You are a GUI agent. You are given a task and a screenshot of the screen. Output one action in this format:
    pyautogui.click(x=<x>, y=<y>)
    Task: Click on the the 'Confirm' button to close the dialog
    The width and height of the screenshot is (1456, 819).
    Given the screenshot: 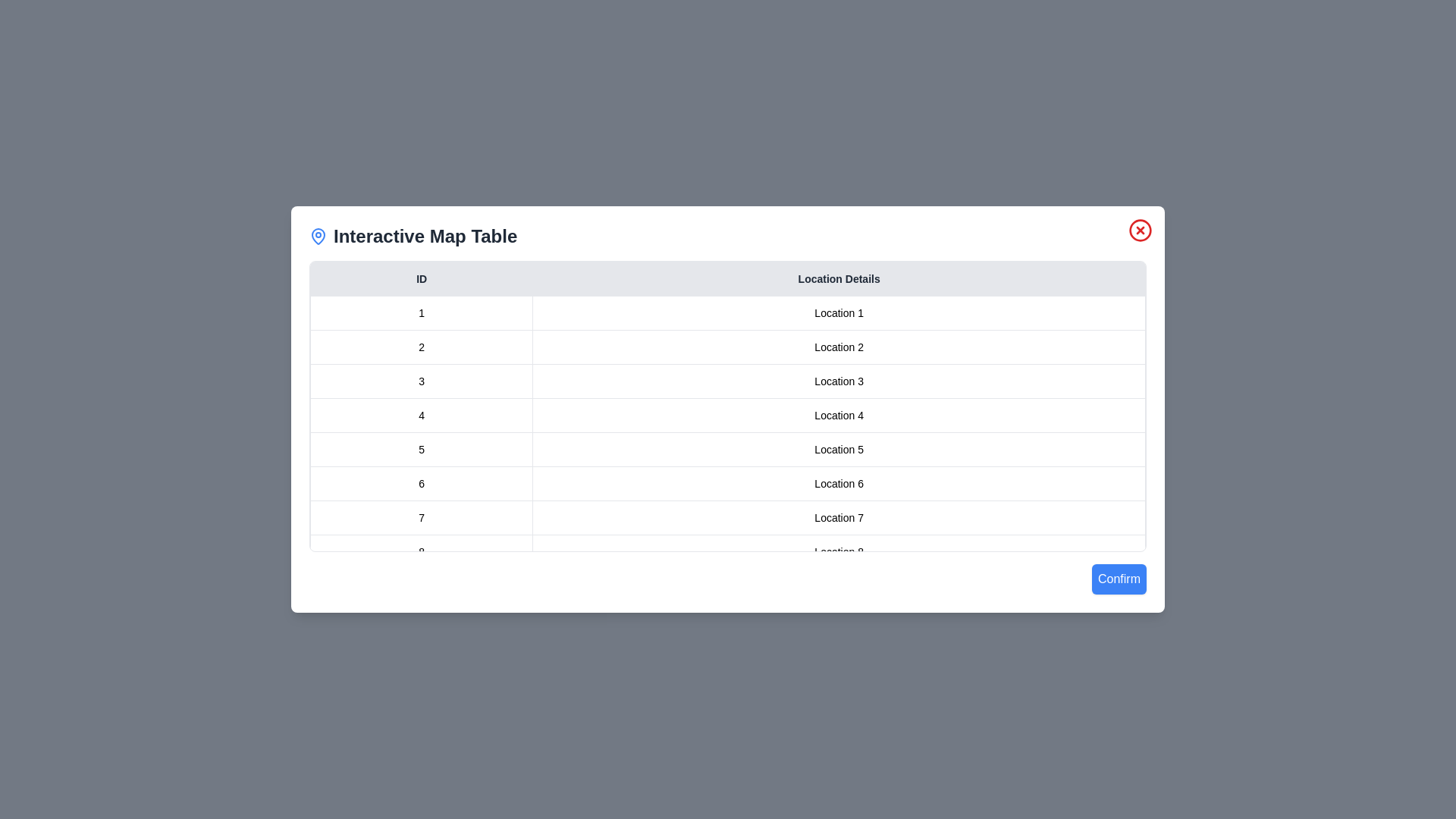 What is the action you would take?
    pyautogui.click(x=1119, y=579)
    